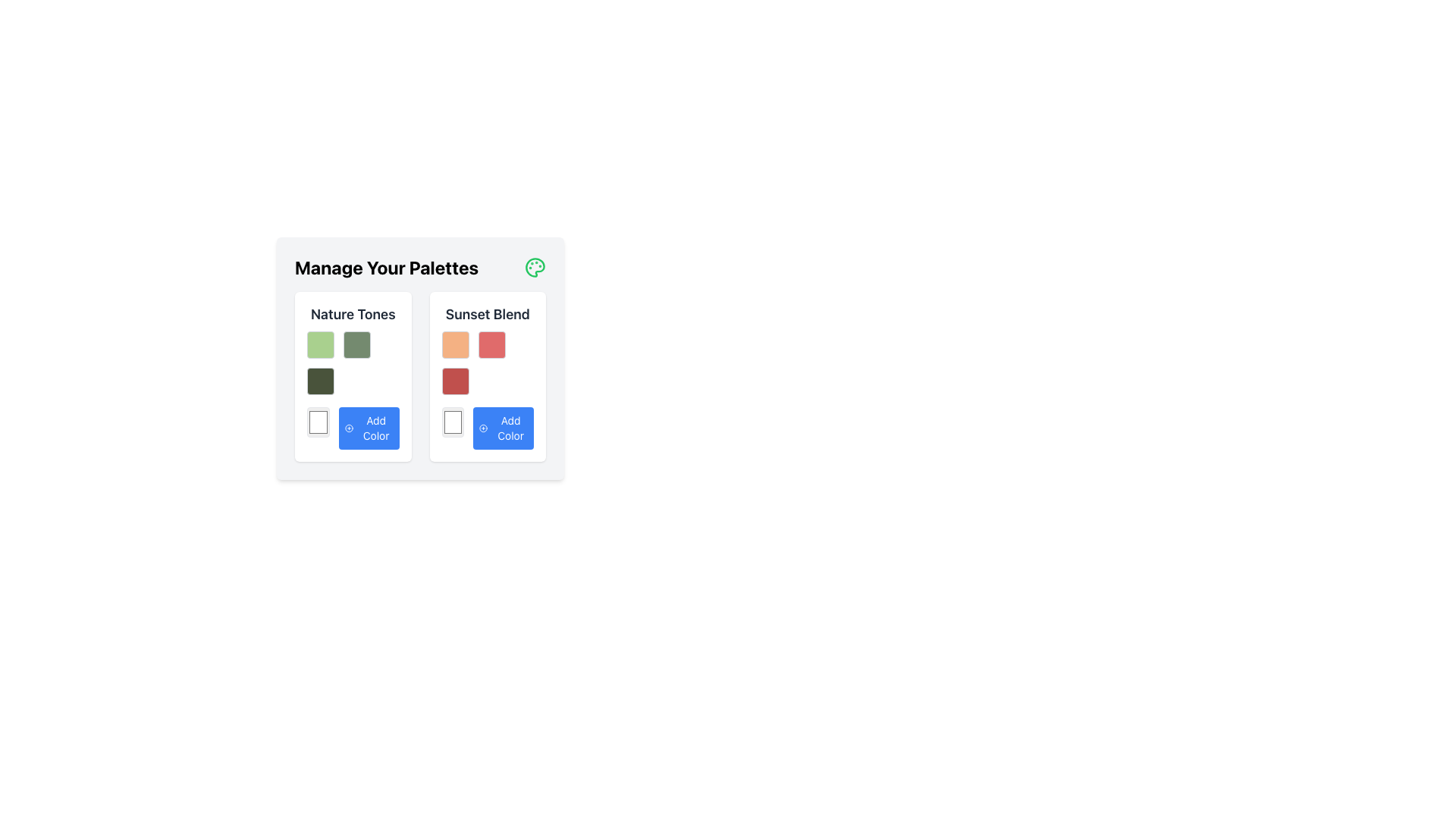 This screenshot has height=819, width=1456. Describe the element at coordinates (319, 345) in the screenshot. I see `the light green color swatch in the 'Nature Tones' palette` at that location.